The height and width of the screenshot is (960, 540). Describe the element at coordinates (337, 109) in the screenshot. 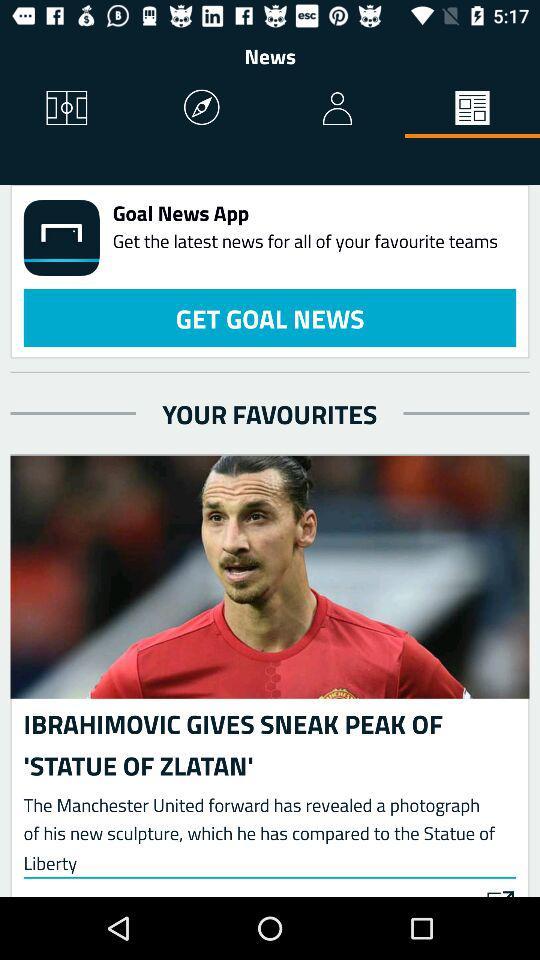

I see `icon above the goal news app icon` at that location.